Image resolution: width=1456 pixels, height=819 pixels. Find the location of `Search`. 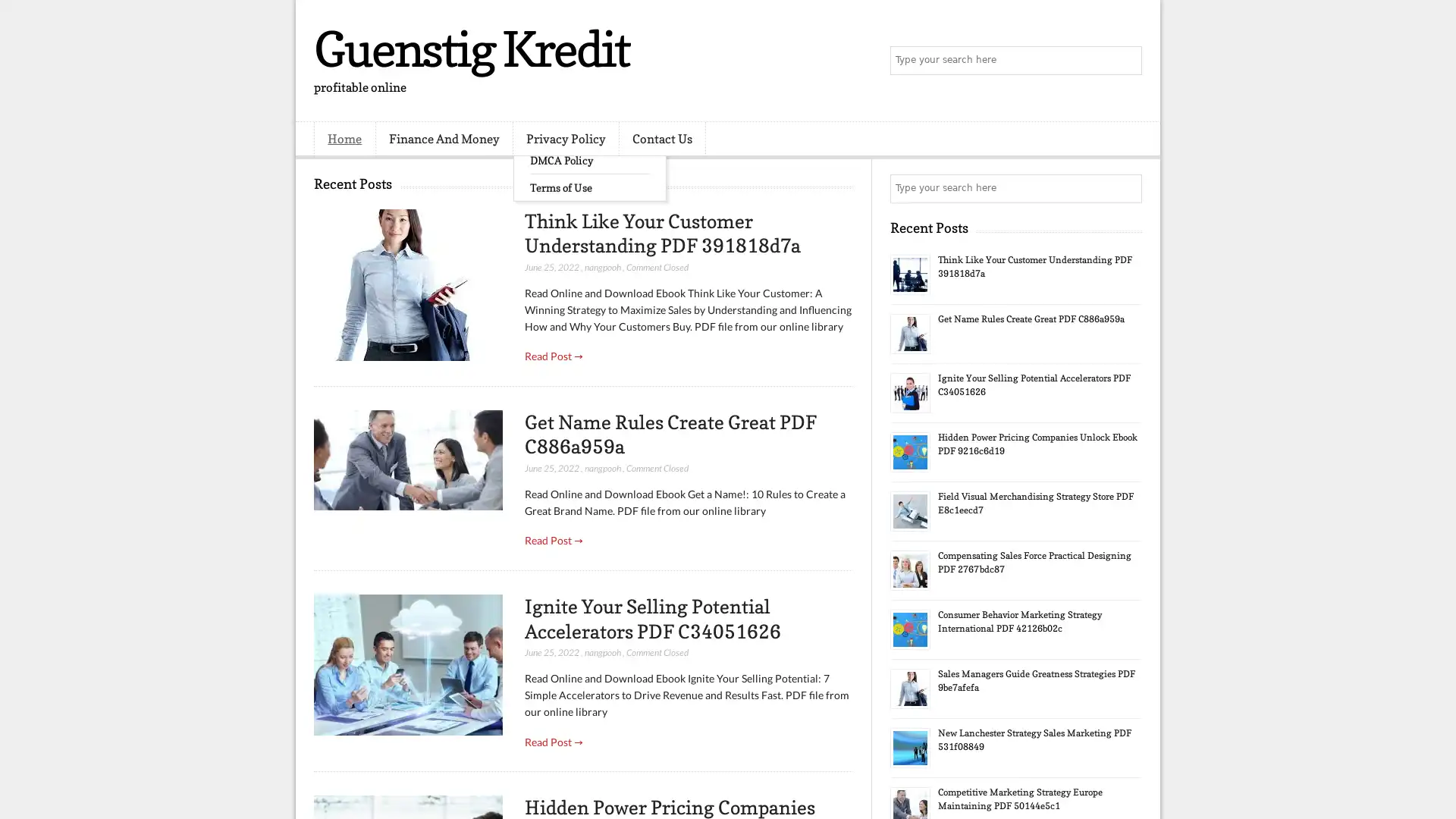

Search is located at coordinates (1126, 61).